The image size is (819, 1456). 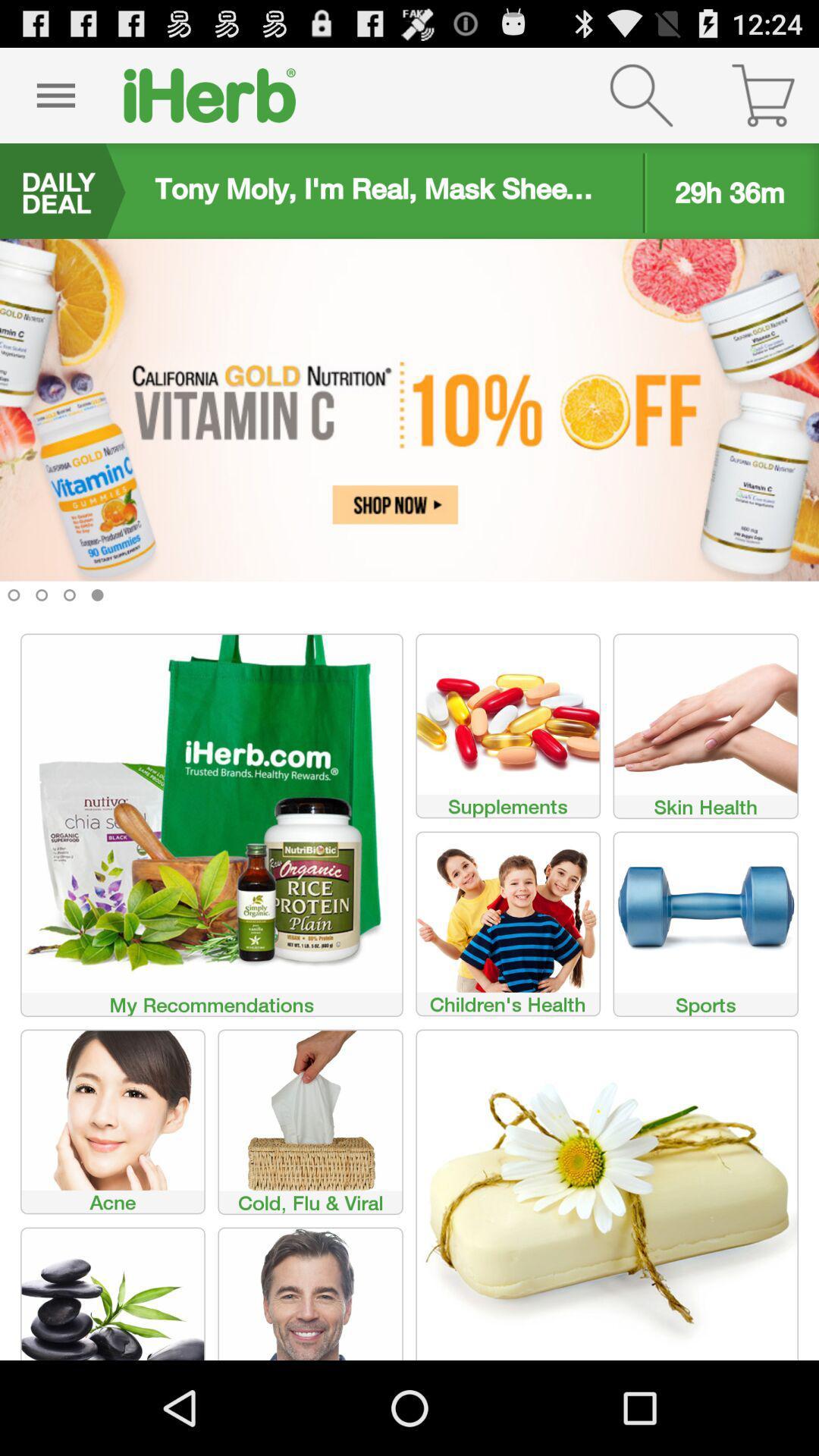 I want to click on click advertisement to shop, so click(x=409, y=431).